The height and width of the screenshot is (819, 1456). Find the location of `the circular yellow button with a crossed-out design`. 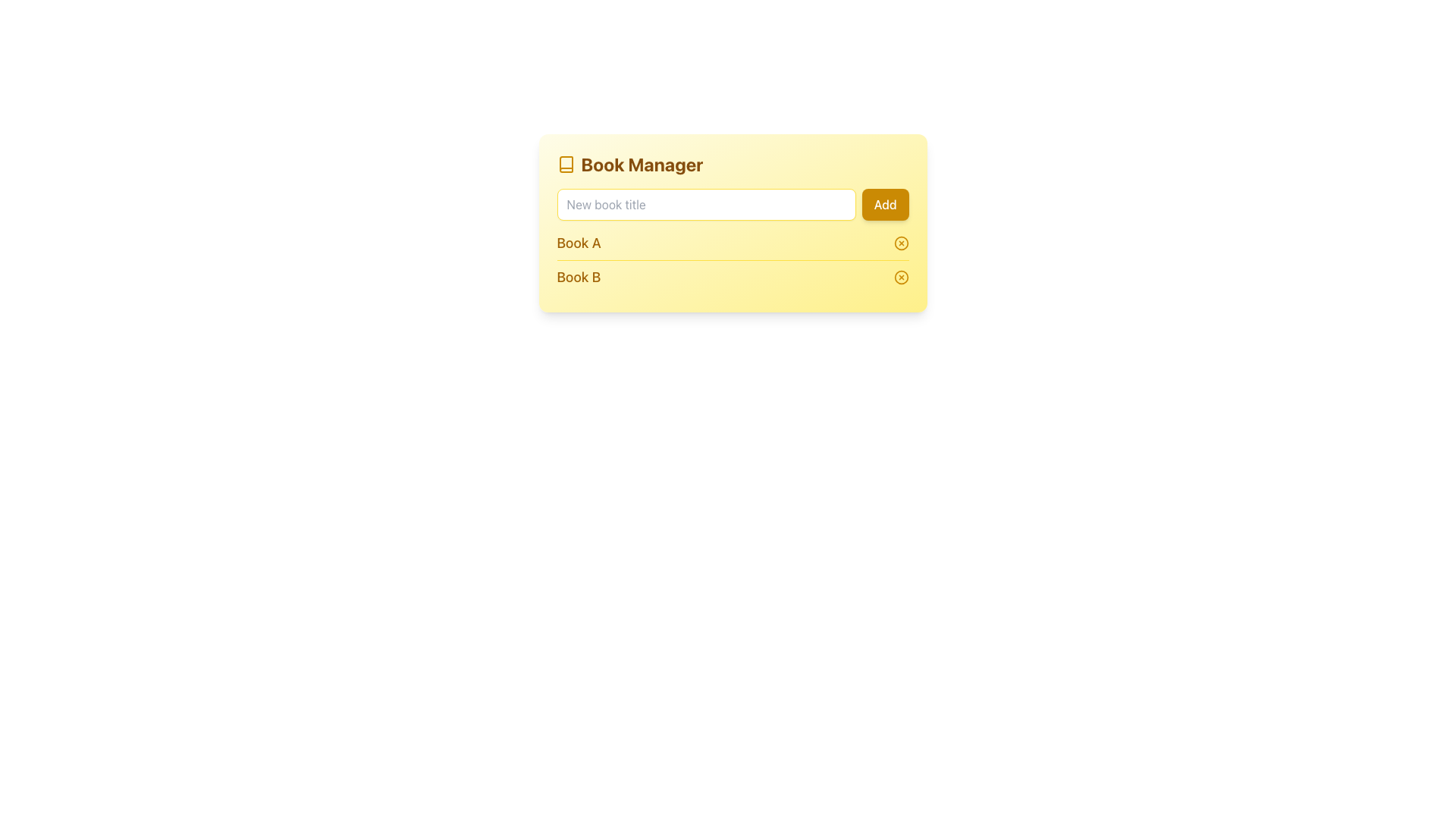

the circular yellow button with a crossed-out design is located at coordinates (901, 278).